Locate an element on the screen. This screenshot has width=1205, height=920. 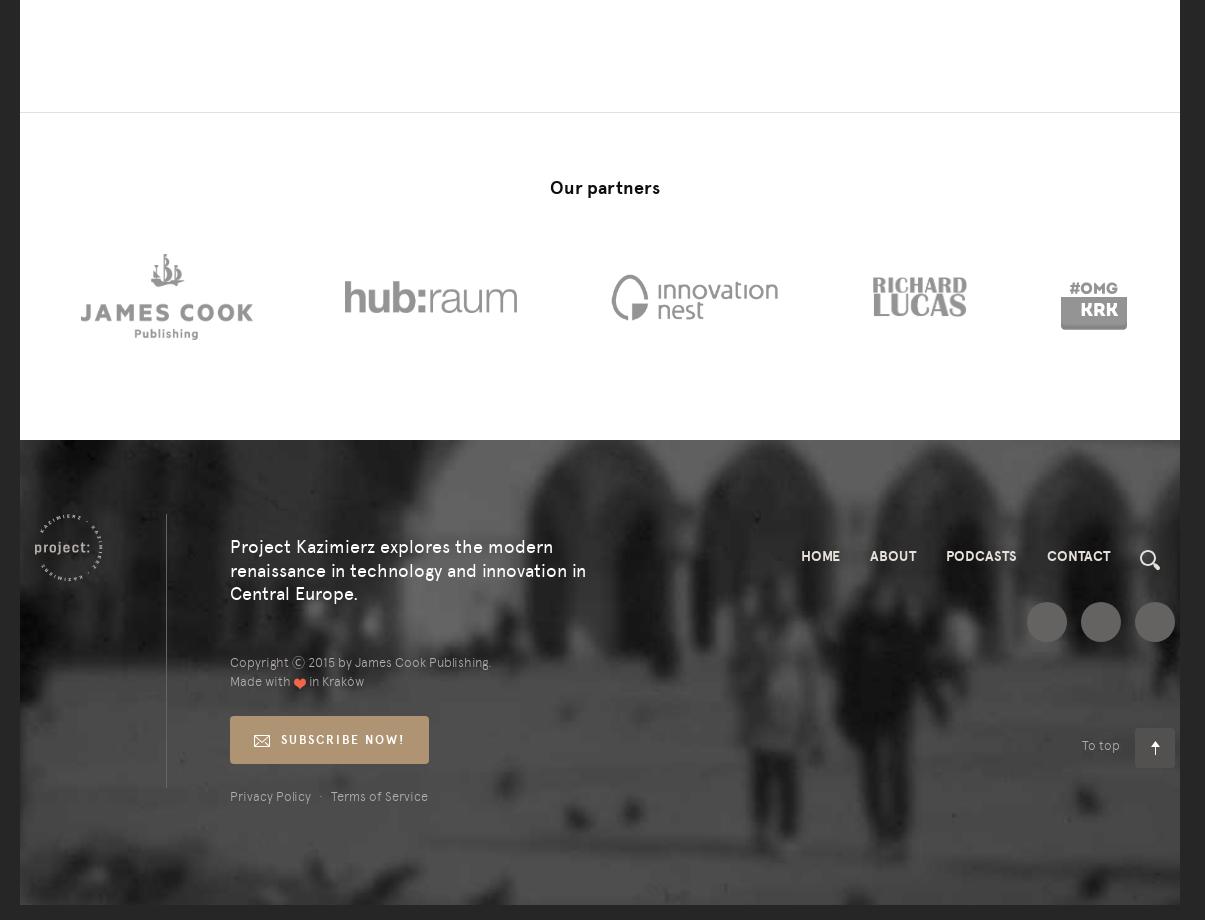
'sam:' is located at coordinates (173, 194).